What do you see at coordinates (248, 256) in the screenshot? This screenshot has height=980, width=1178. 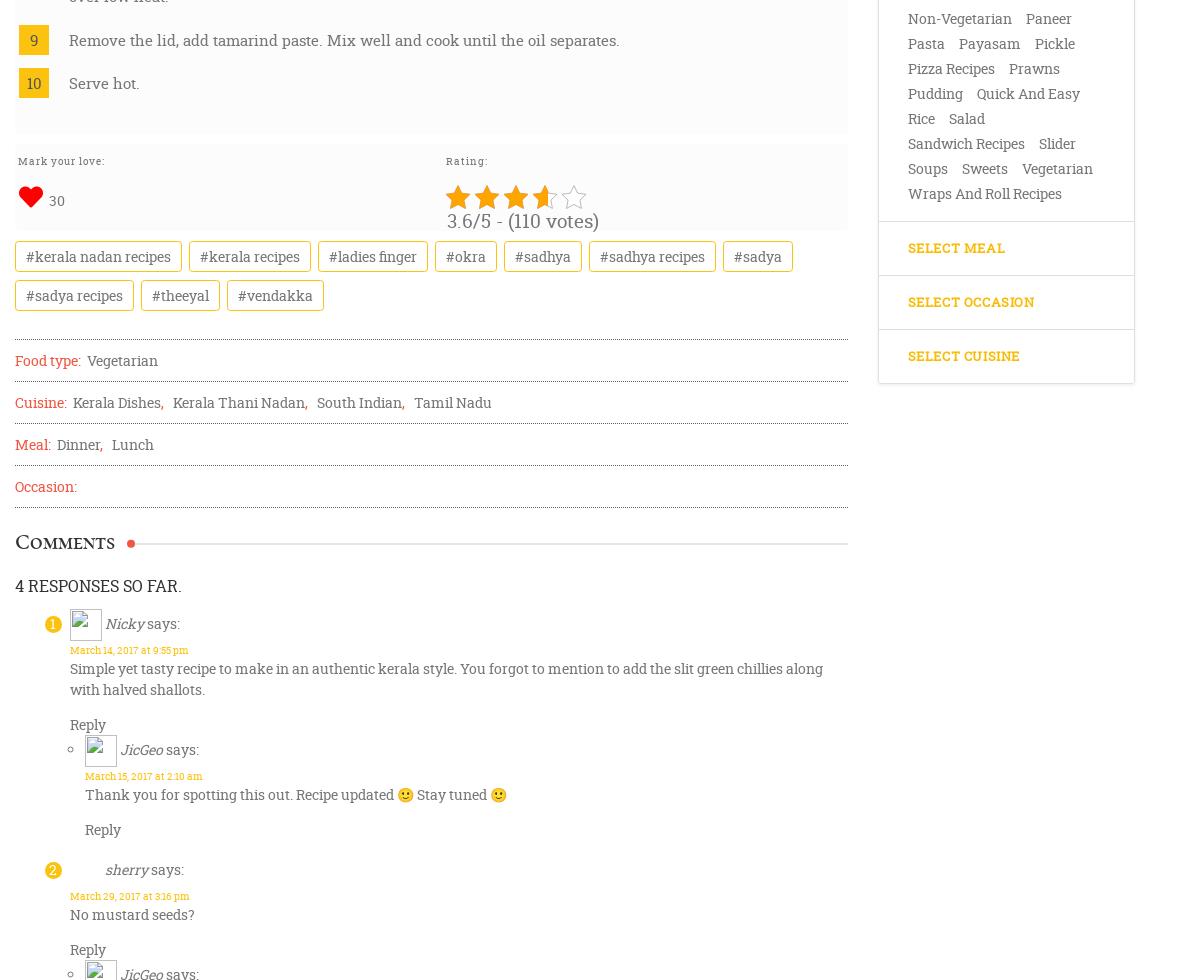 I see `'#kerala recipes'` at bounding box center [248, 256].